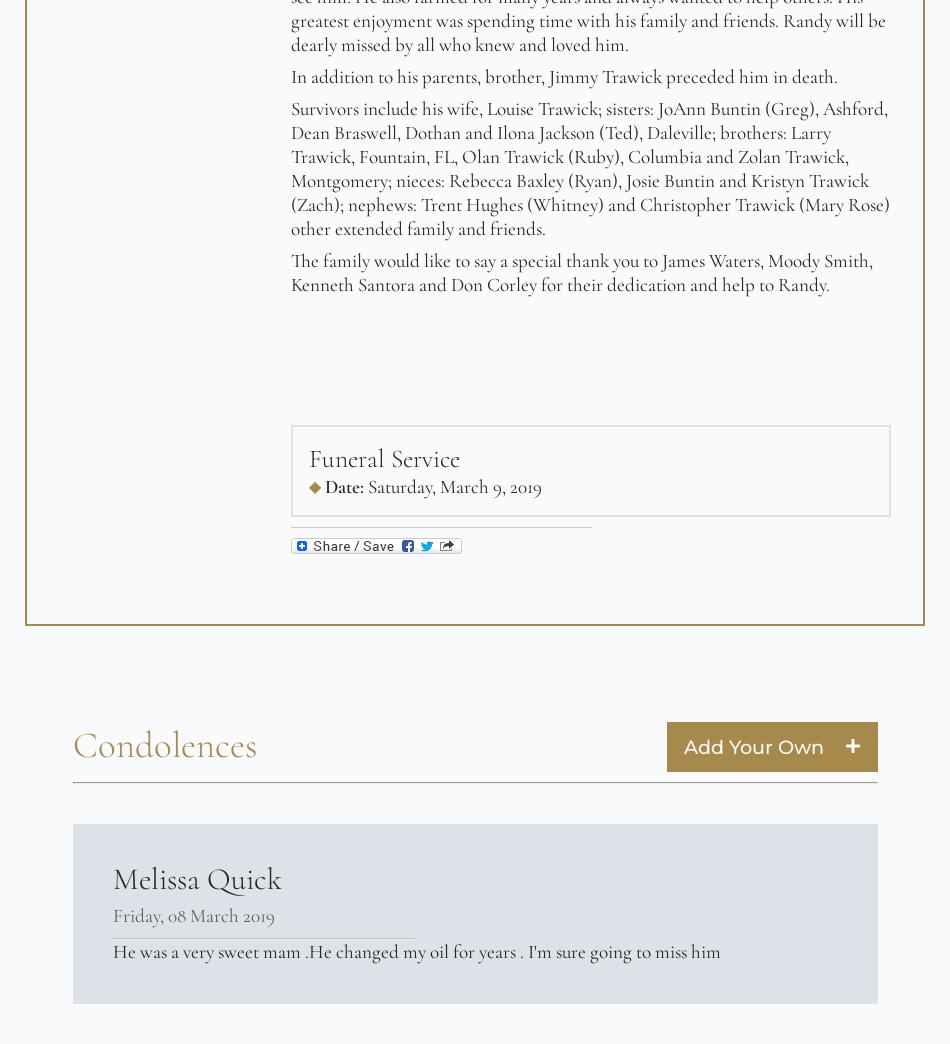  I want to click on 'Date:', so click(343, 487).